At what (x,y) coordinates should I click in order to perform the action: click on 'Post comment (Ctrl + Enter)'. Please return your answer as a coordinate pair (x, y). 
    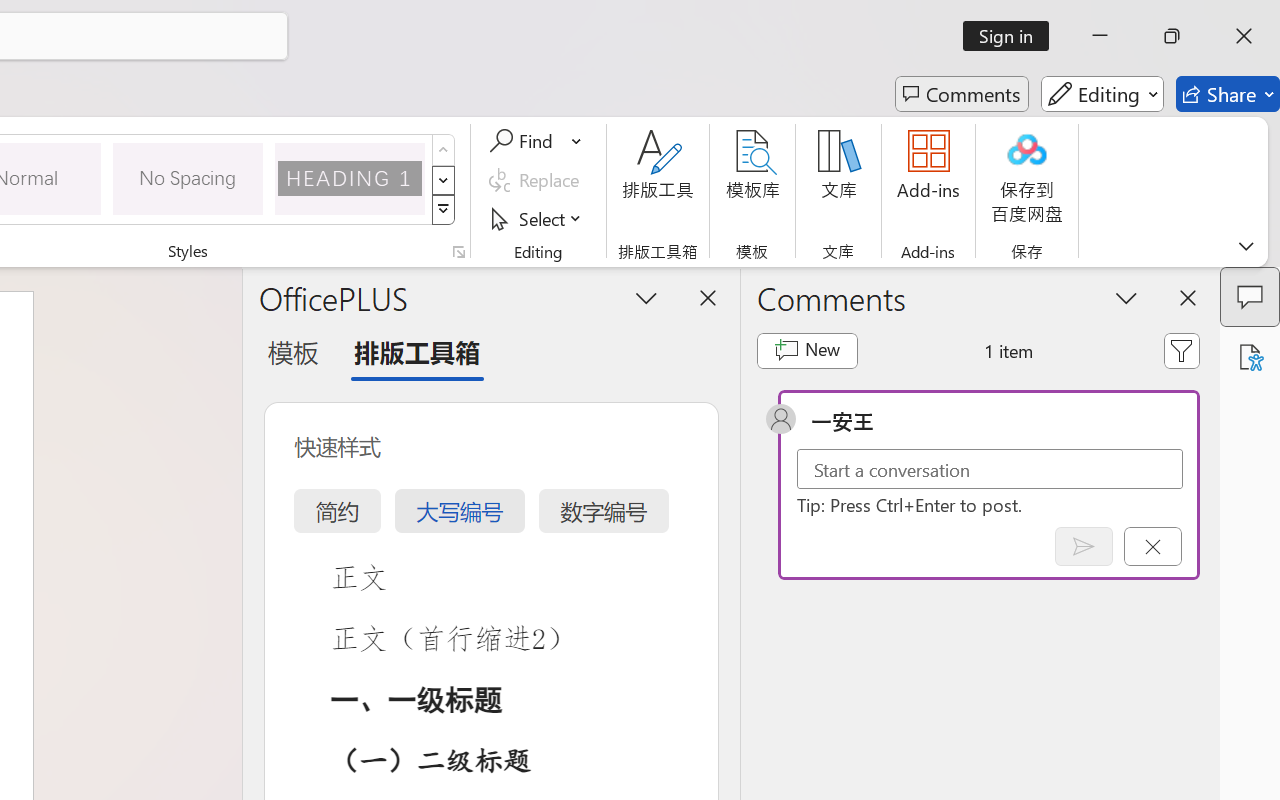
    Looking at the image, I should click on (1083, 546).